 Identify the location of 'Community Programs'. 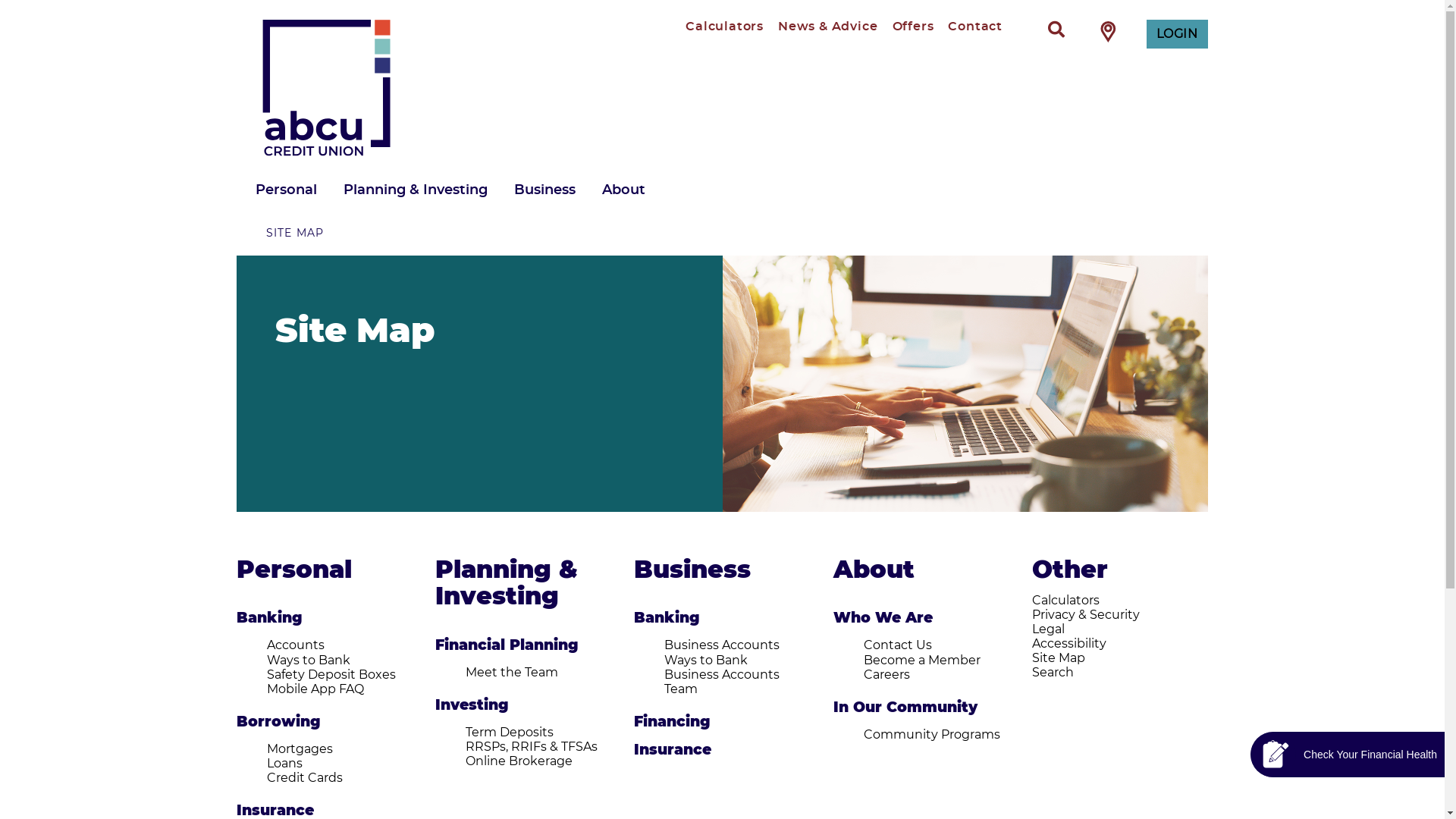
(930, 733).